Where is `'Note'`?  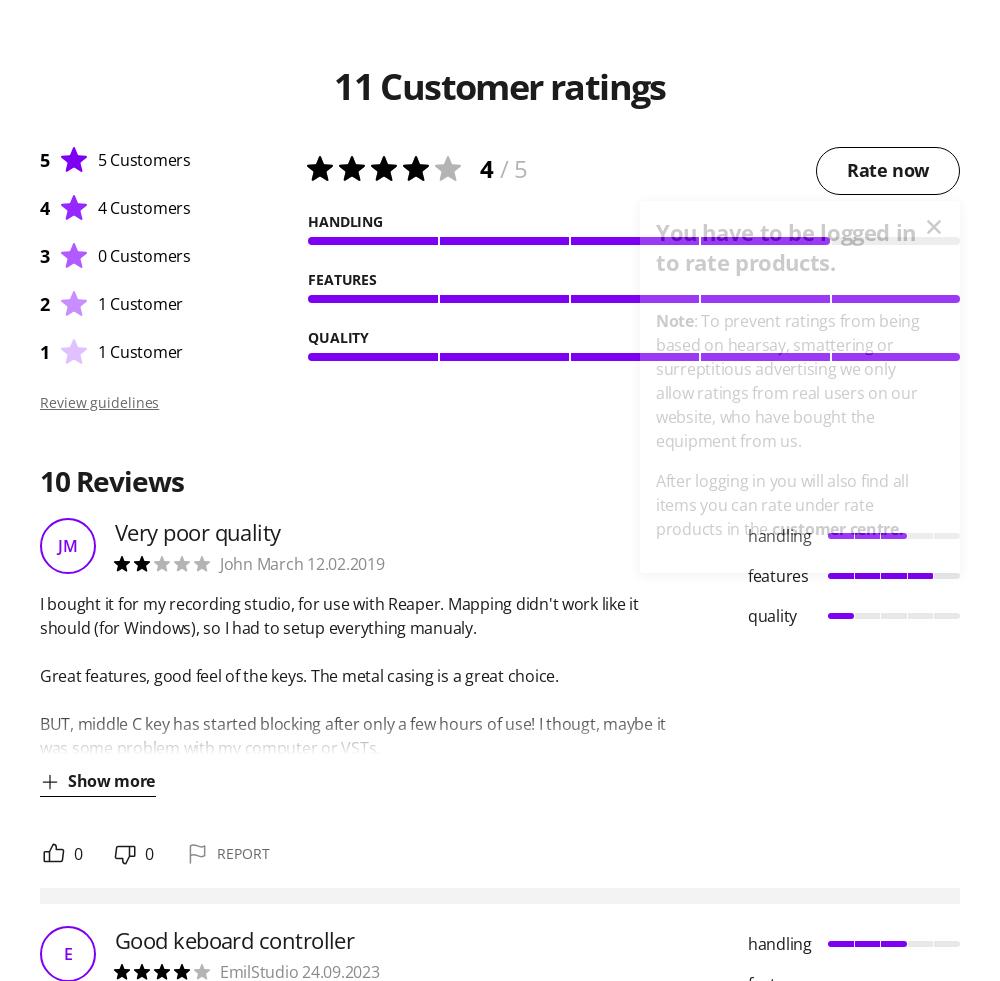
'Note' is located at coordinates (674, 319).